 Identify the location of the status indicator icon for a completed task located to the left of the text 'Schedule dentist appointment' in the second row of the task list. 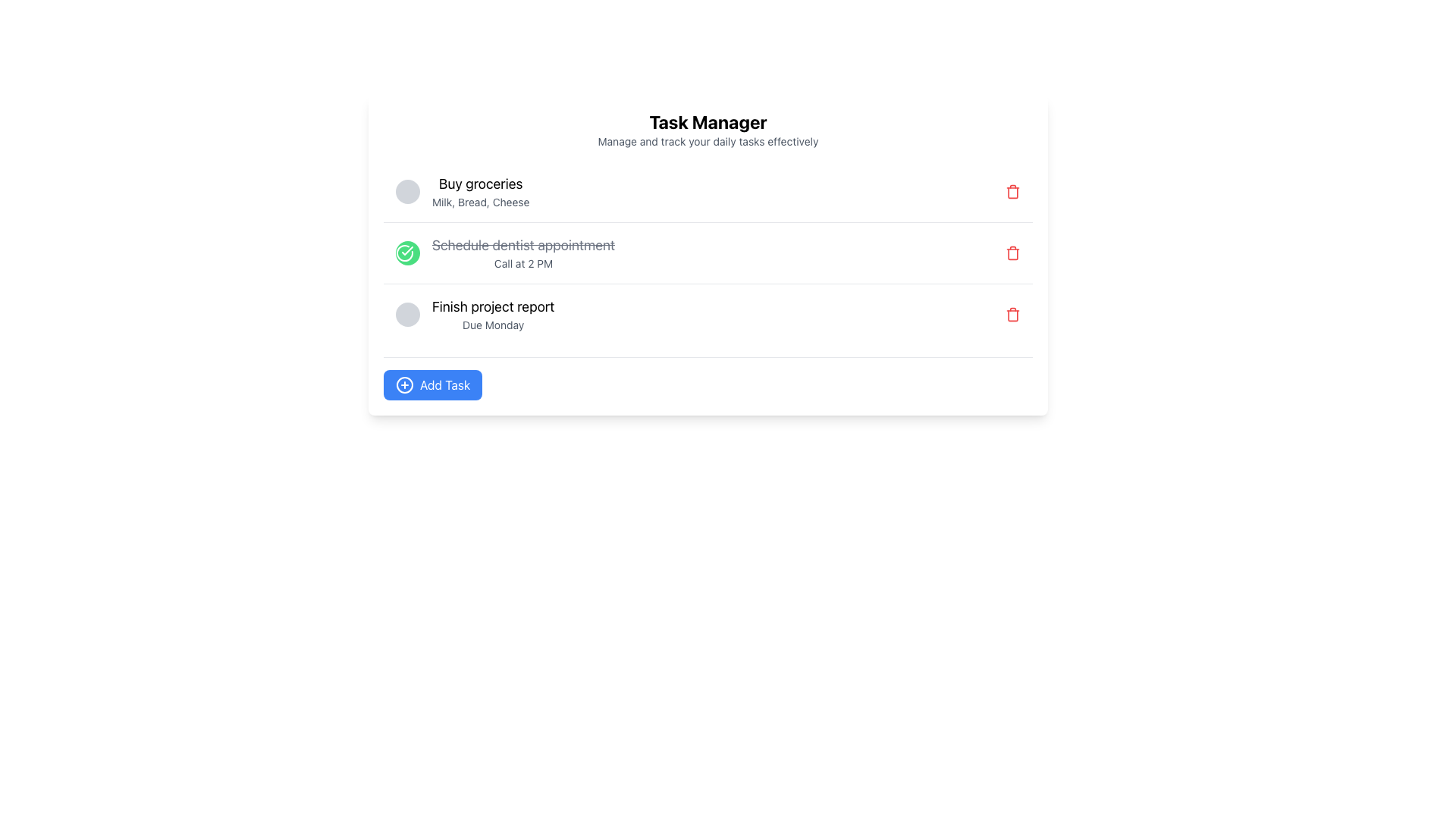
(404, 253).